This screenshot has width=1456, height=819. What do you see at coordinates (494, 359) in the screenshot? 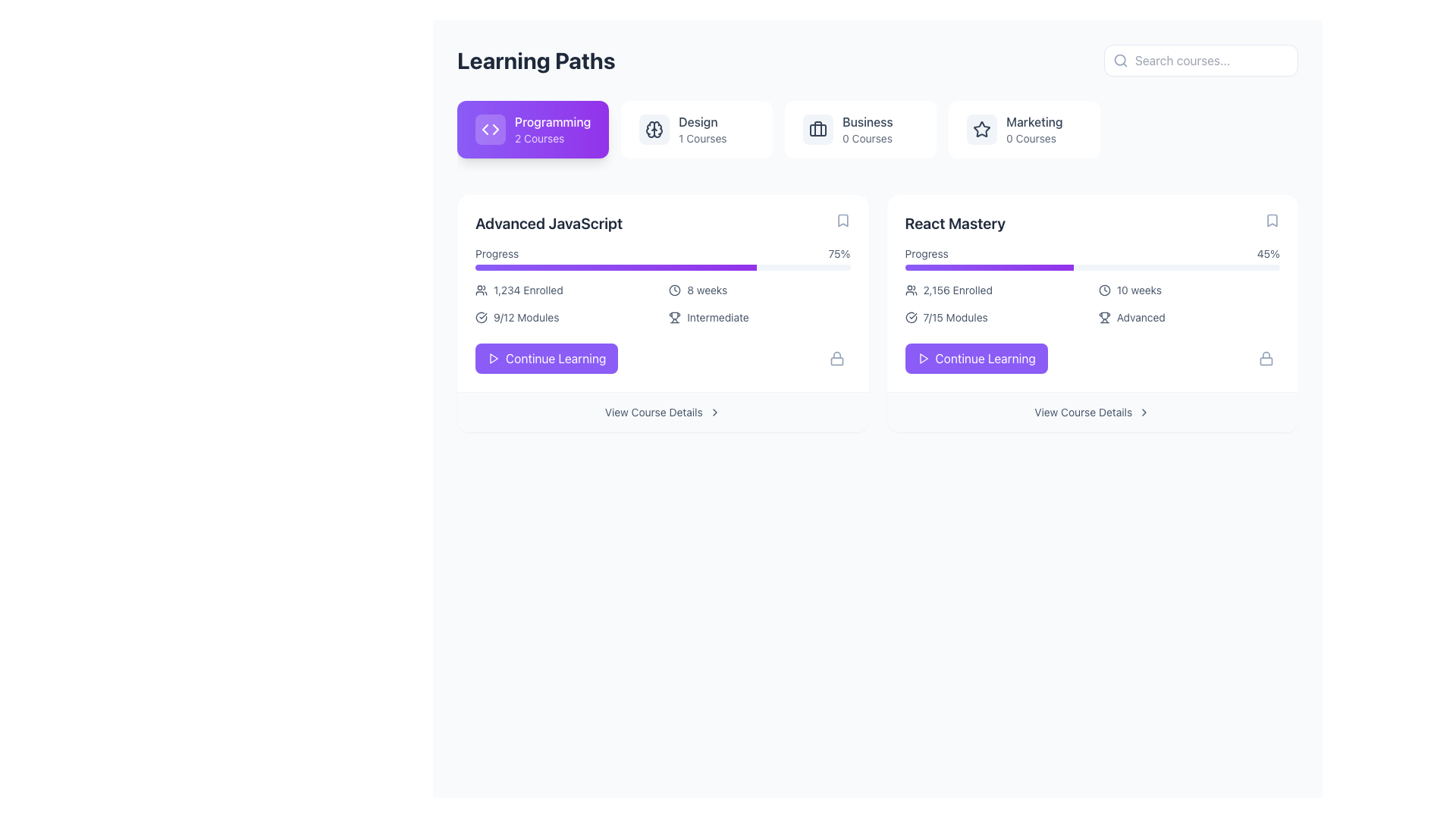
I see `the Play icon (SVG) located in the 'Continue Learning' button of the 'Advanced JavaScript' card` at bounding box center [494, 359].